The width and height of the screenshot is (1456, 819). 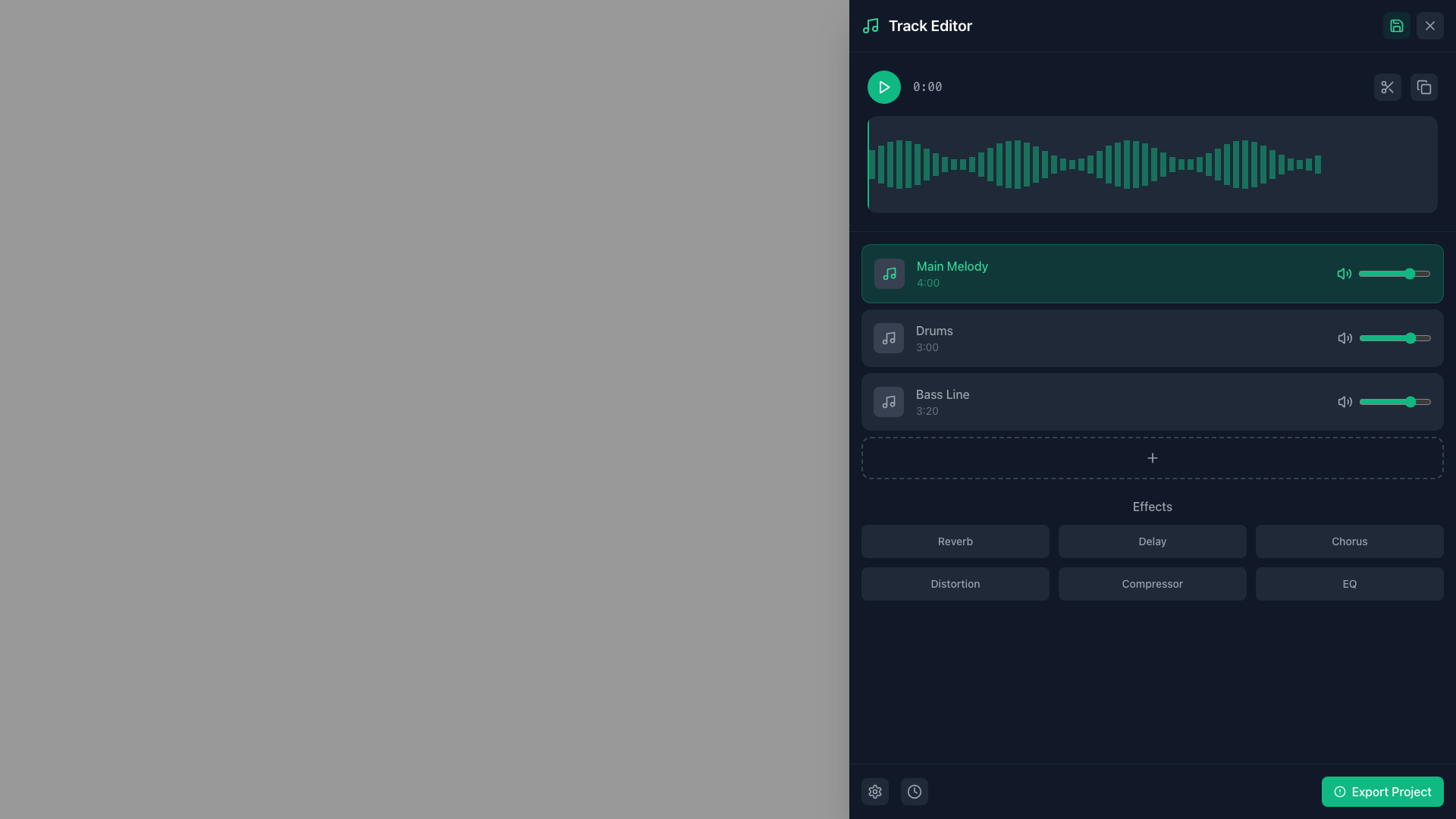 I want to click on the slider value, so click(x=1409, y=274).